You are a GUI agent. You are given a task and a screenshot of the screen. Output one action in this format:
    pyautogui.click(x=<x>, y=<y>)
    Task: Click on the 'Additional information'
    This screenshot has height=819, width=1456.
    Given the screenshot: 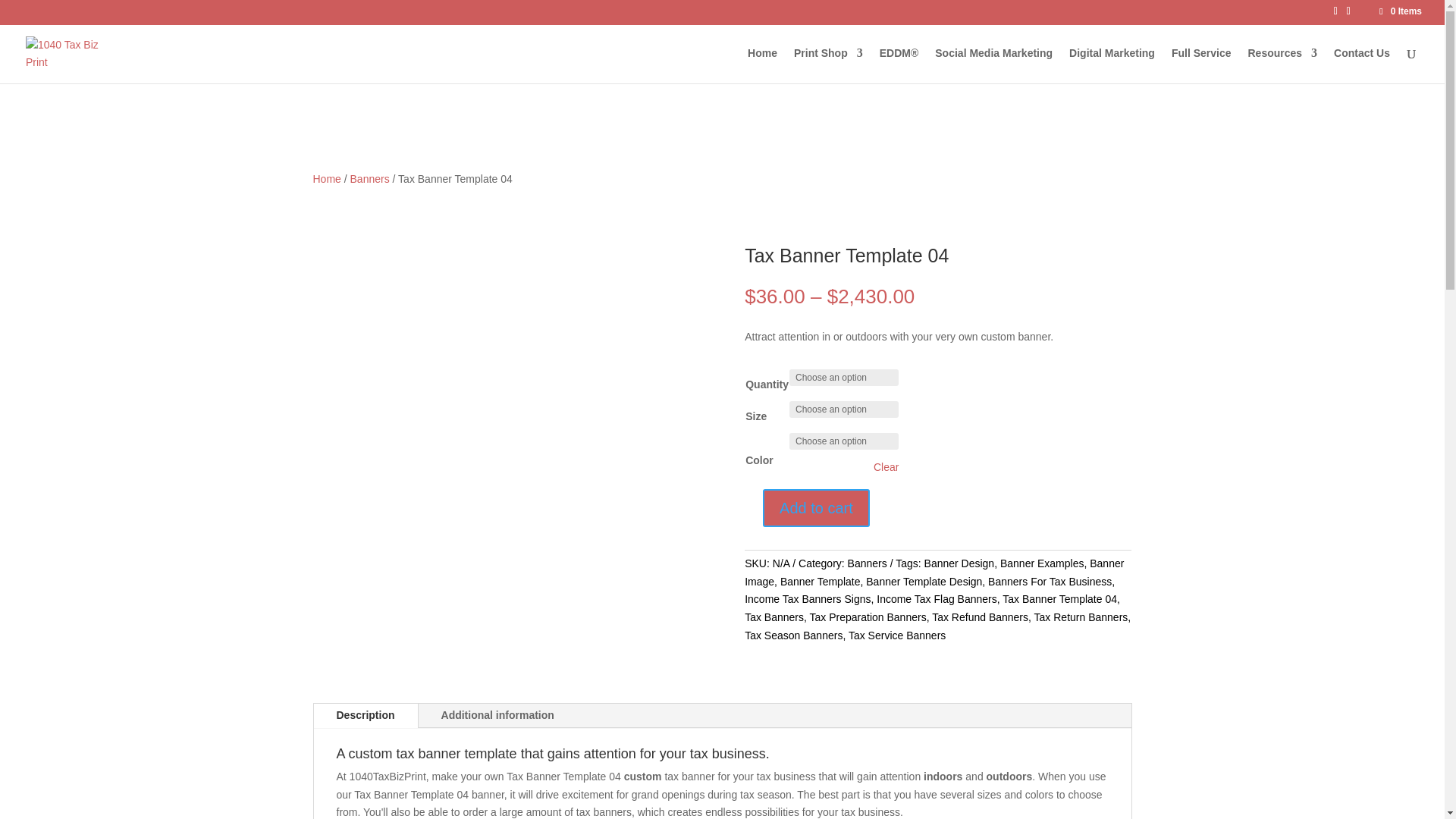 What is the action you would take?
    pyautogui.click(x=497, y=716)
    